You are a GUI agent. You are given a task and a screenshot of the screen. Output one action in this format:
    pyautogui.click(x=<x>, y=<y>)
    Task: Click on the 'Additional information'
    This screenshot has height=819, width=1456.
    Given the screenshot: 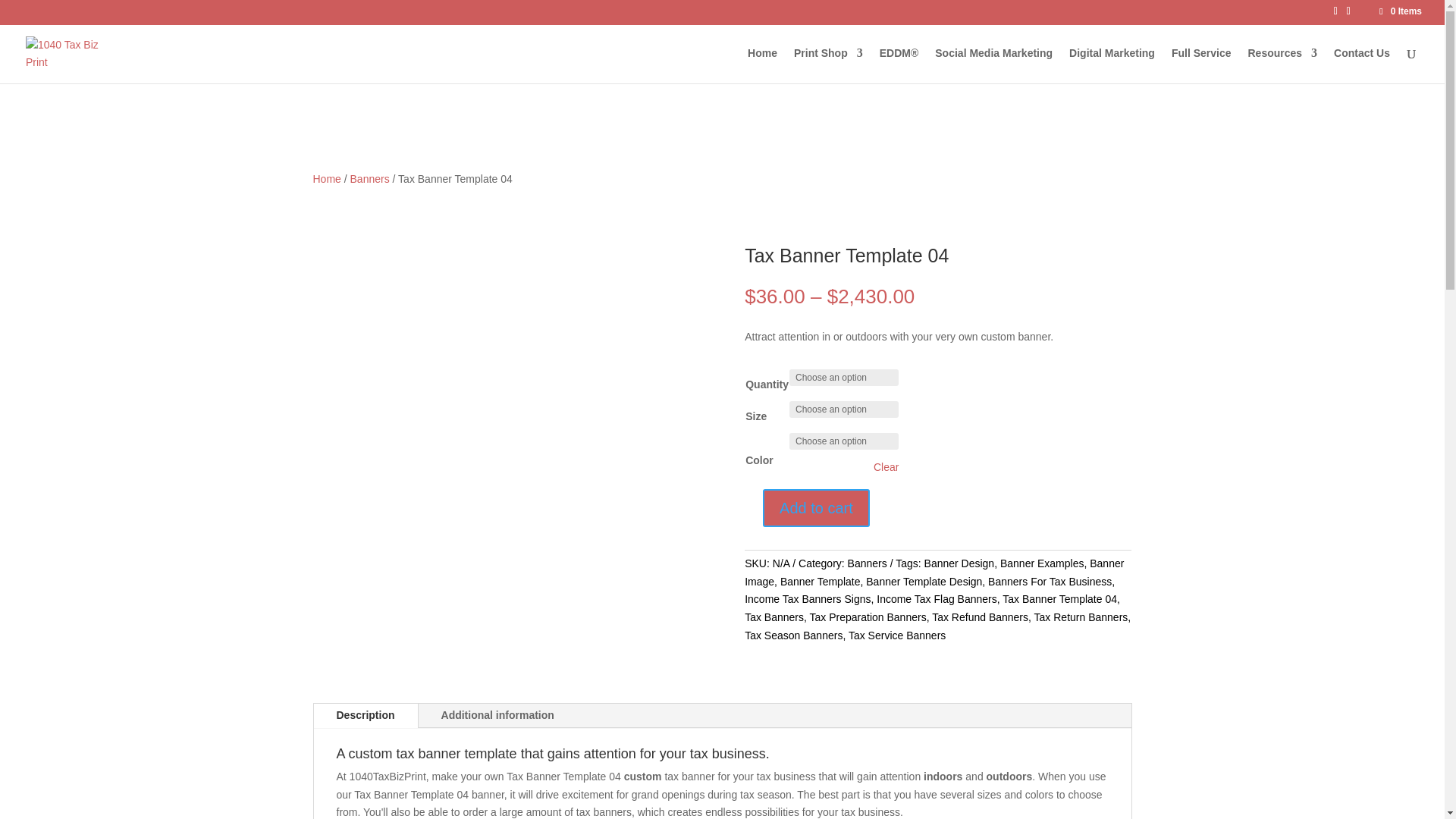 What is the action you would take?
    pyautogui.click(x=497, y=716)
    